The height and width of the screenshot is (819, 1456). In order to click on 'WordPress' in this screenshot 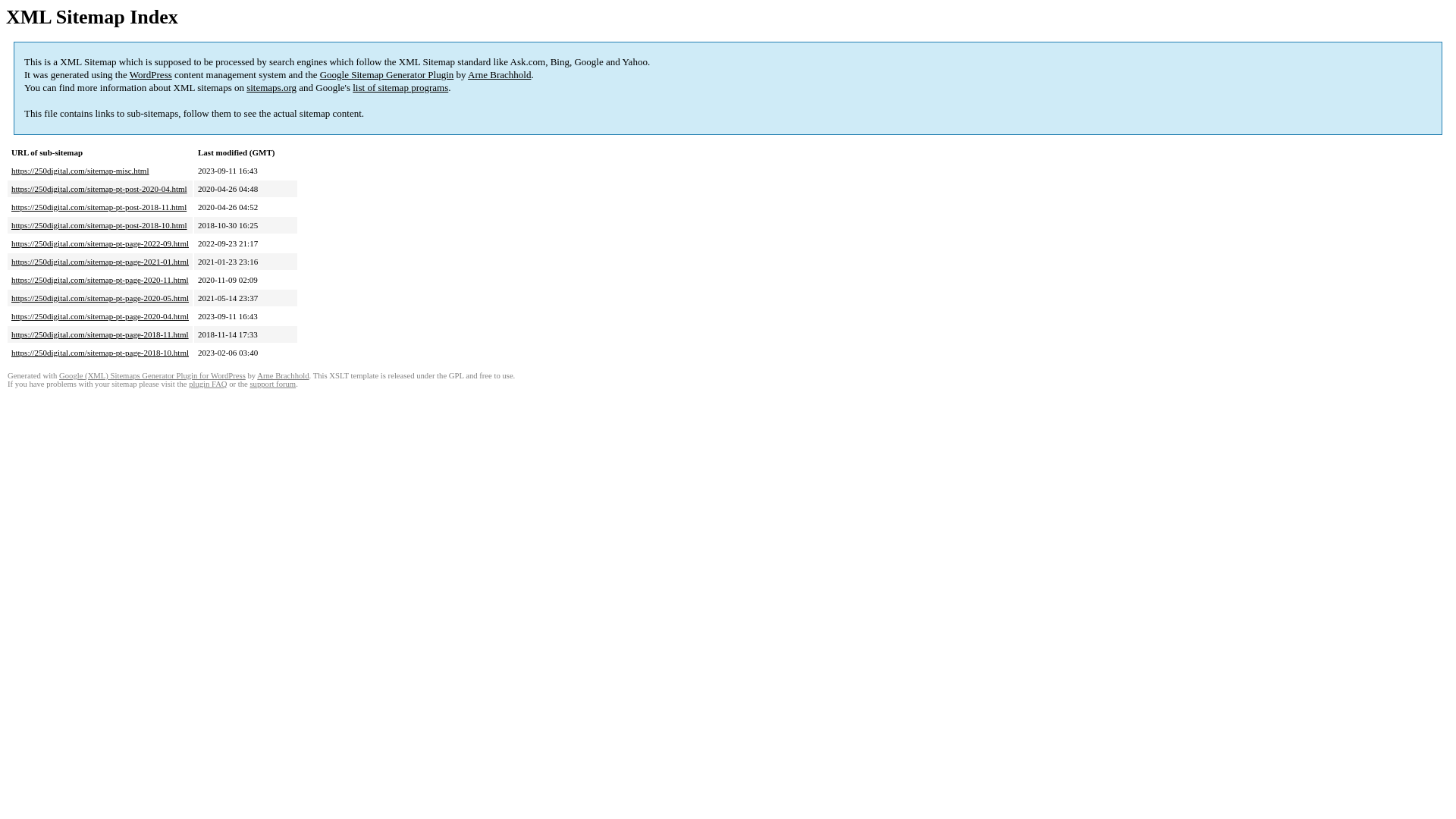, I will do `click(150, 74)`.